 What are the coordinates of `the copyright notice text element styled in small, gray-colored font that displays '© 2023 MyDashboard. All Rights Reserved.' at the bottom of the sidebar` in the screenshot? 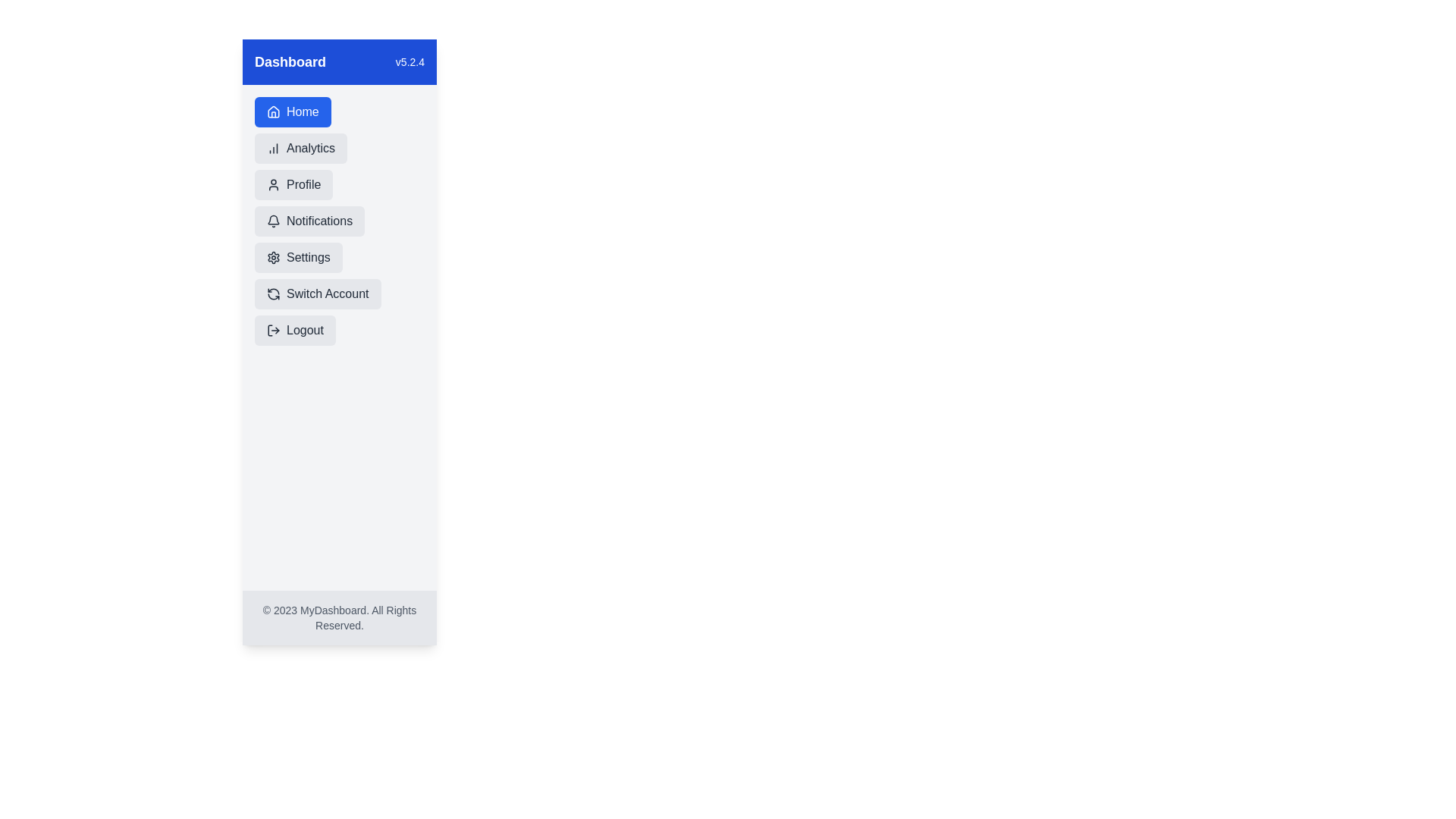 It's located at (338, 617).